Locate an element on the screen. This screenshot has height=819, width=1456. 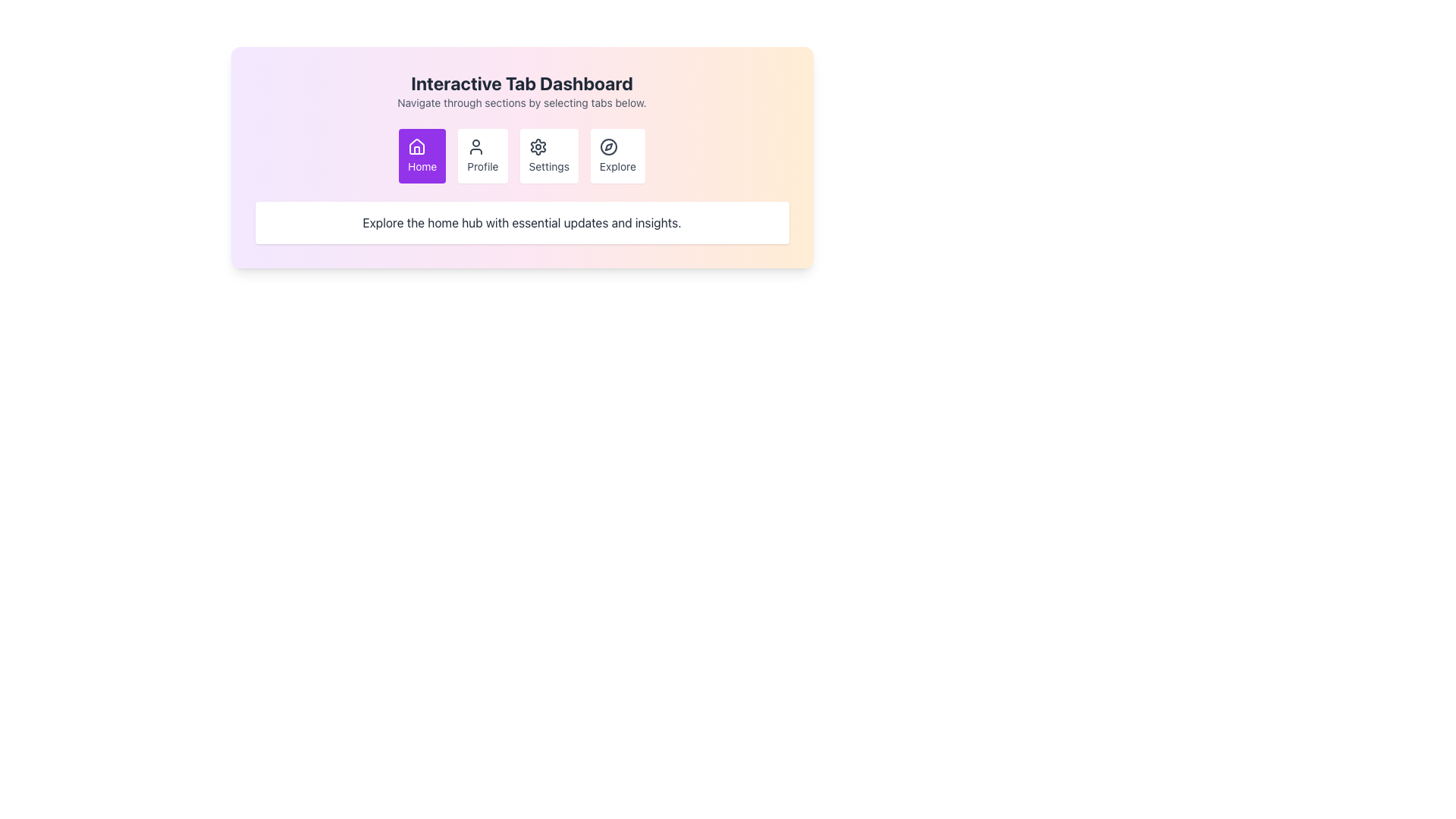
informational text about updates and available insights located inside the white card box at the bottom section of the interface is located at coordinates (522, 222).